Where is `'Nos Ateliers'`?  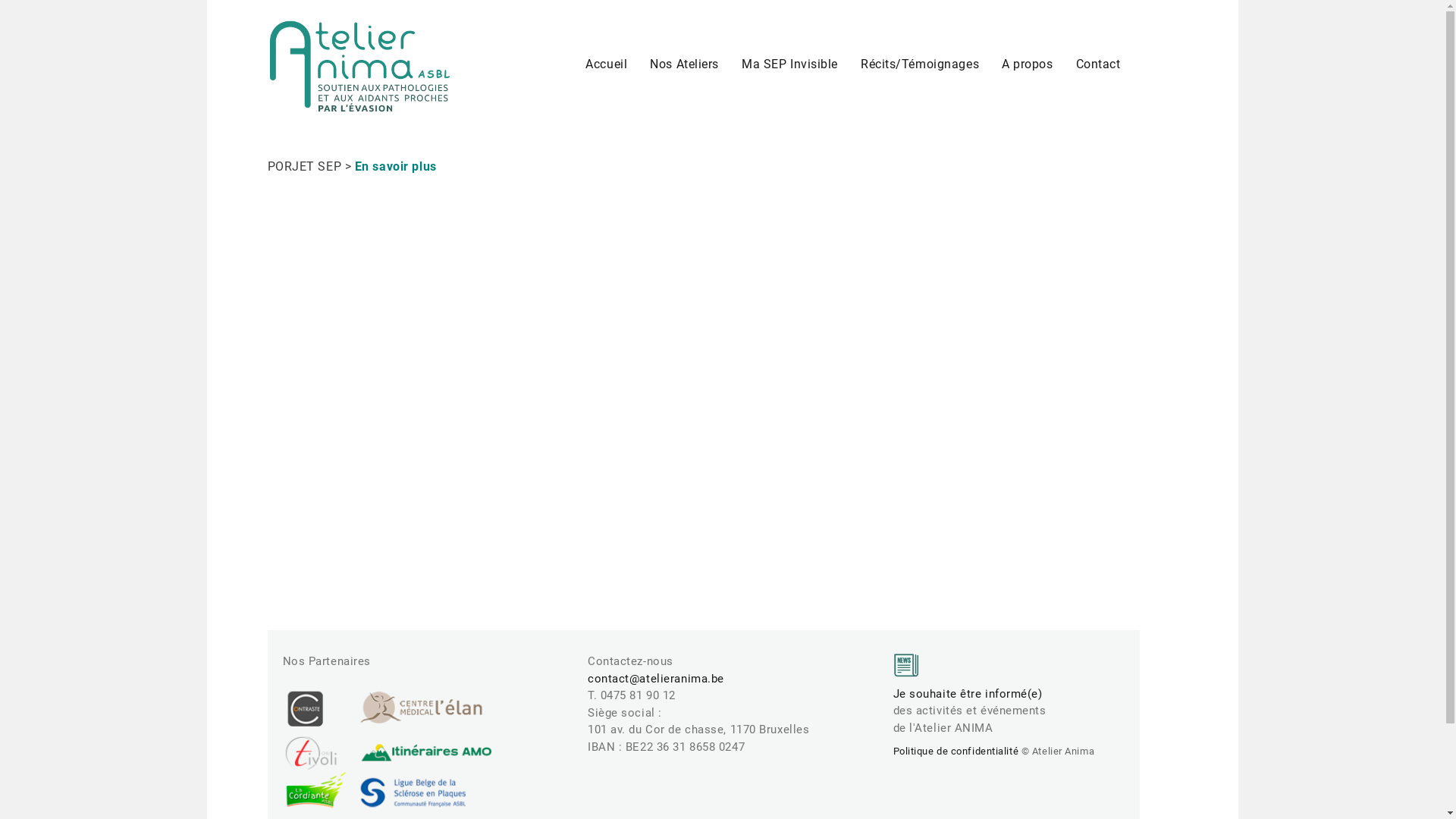
'Nos Ateliers' is located at coordinates (683, 63).